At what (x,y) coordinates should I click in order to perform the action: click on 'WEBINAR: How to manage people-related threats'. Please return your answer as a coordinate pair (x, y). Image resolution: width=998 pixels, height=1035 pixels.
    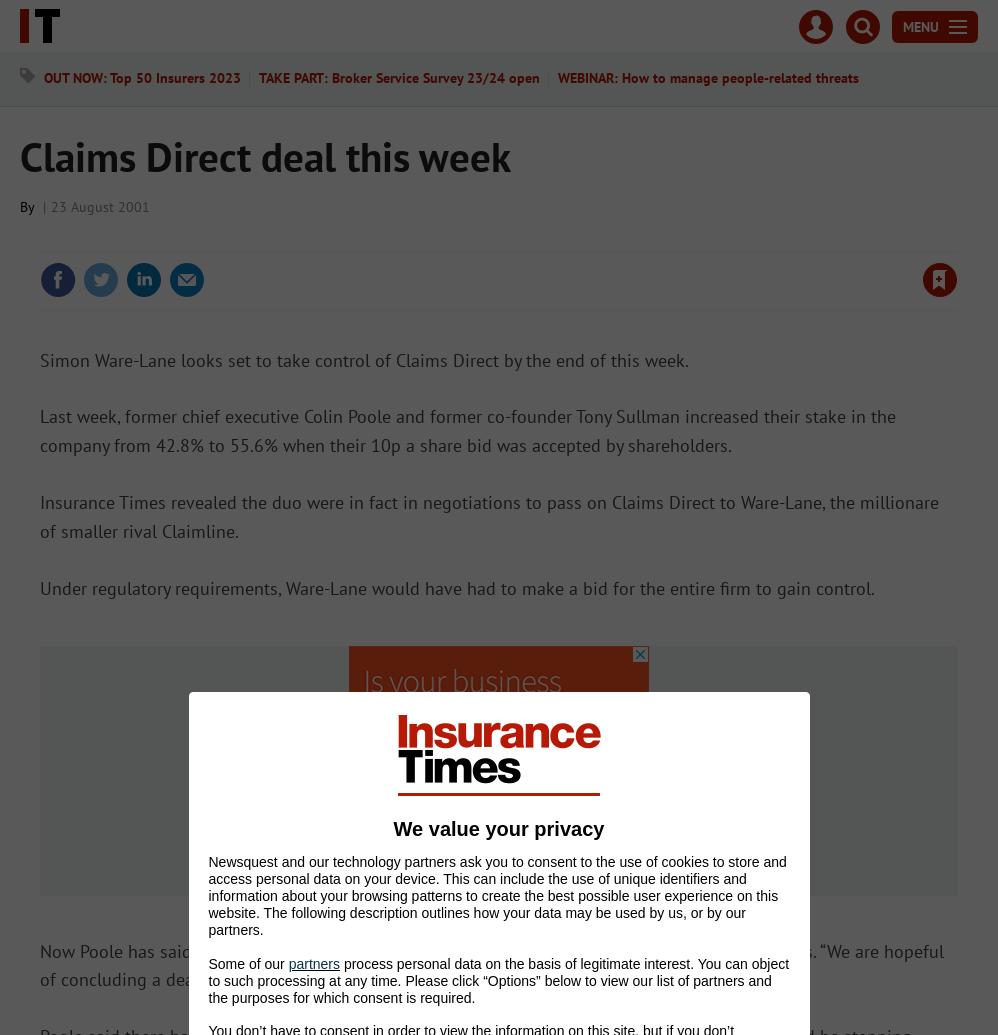
    Looking at the image, I should click on (556, 78).